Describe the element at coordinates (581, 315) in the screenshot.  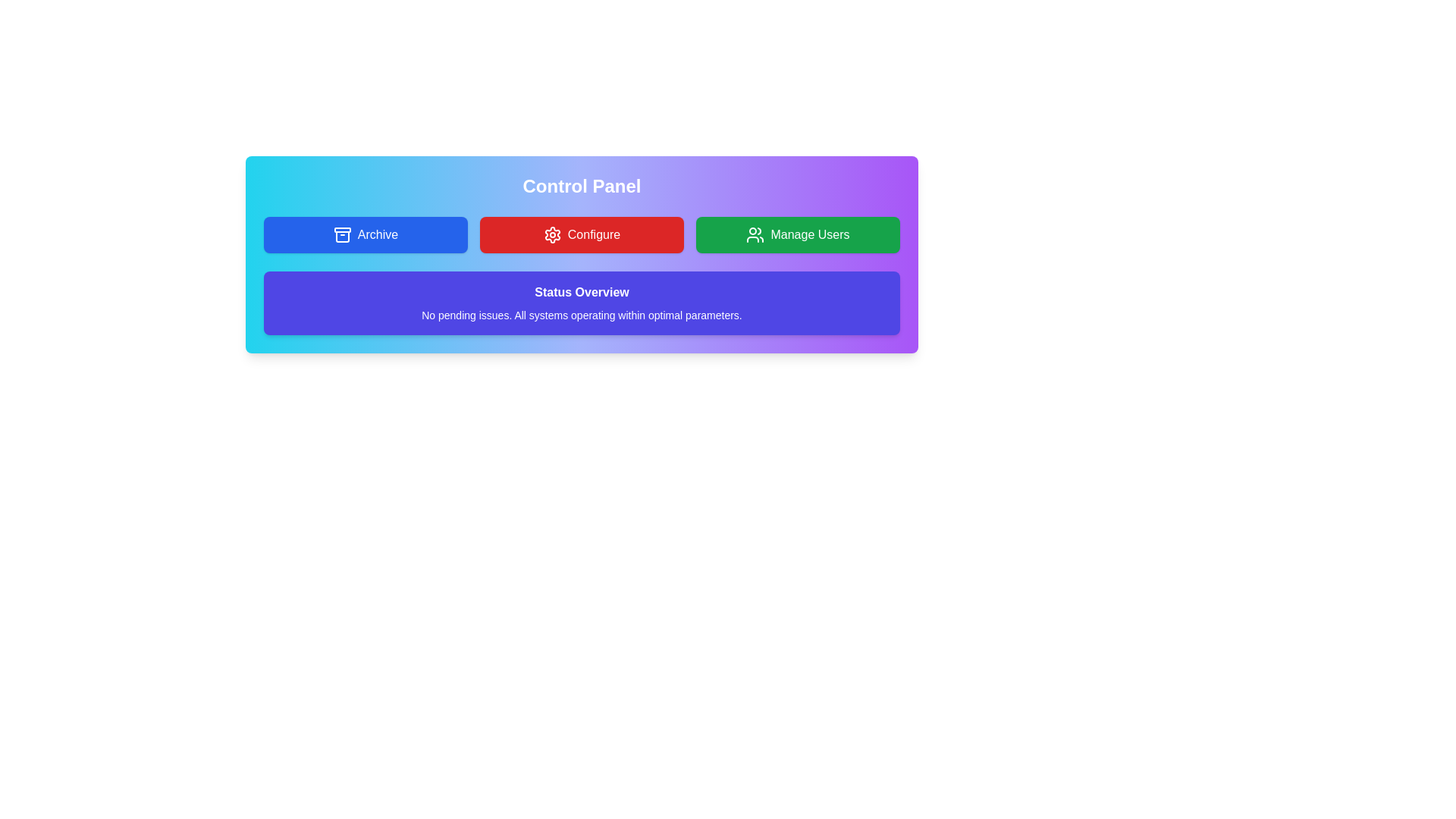
I see `the Text Label displaying 'No pending issues. All systems operating within optimal parameters.' located beneath the header 'Status Overview'` at that location.